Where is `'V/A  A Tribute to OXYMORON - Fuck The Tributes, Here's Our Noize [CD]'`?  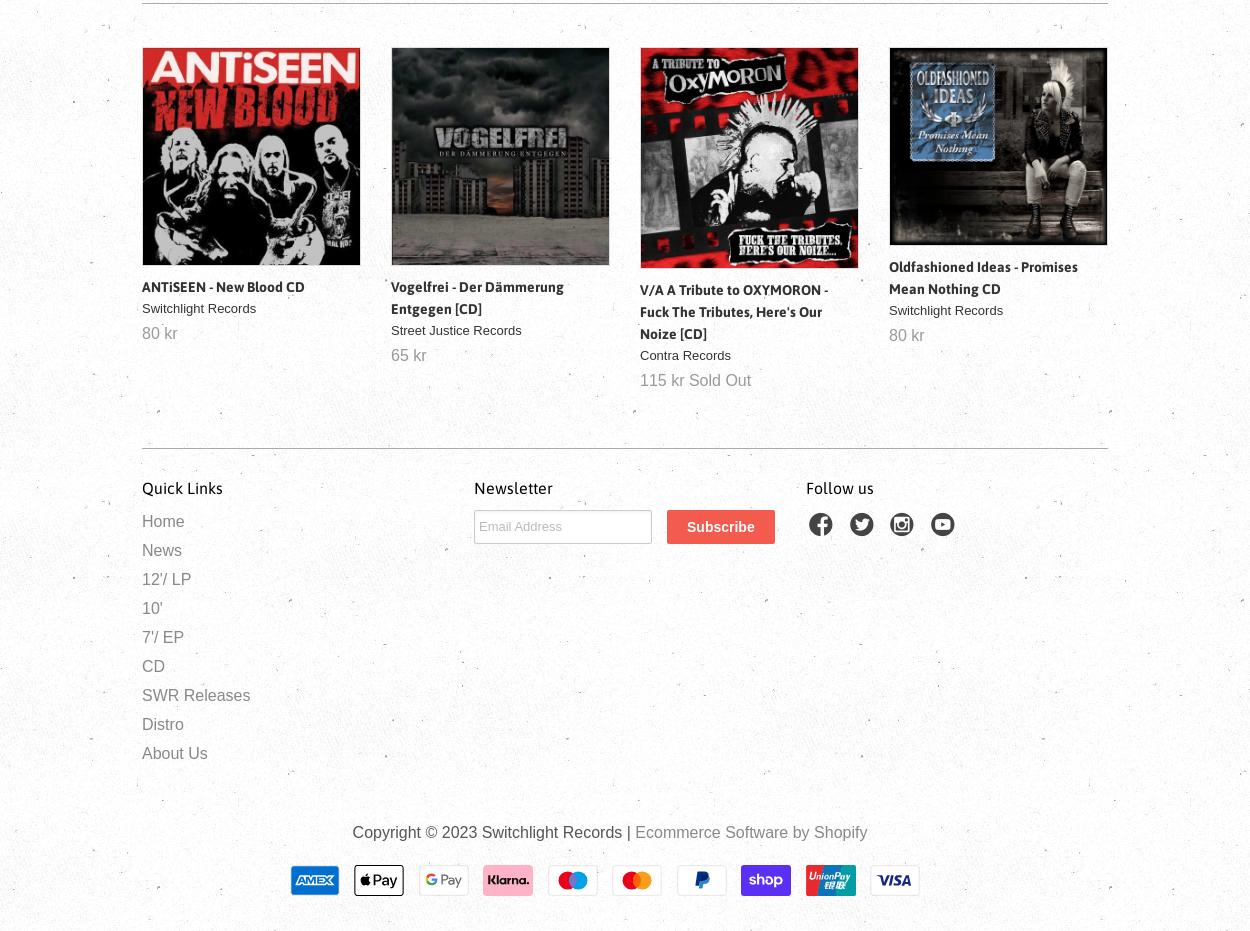 'V/A  A Tribute to OXYMORON - Fuck The Tributes, Here's Our Noize [CD]' is located at coordinates (733, 309).